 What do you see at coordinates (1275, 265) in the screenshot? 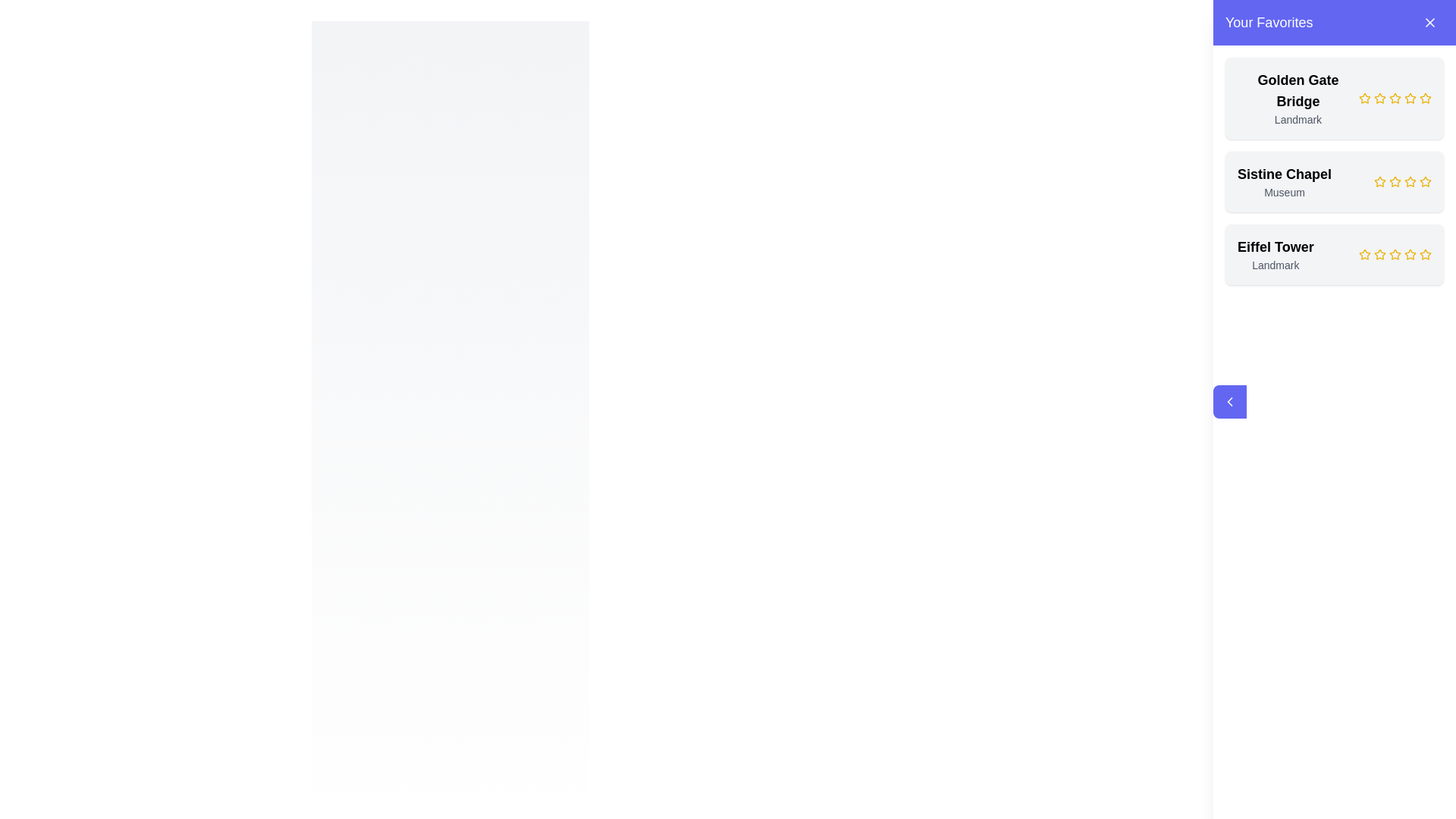
I see `the text label reading 'Landmark', which is styled in gray and positioned under the title 'Eiffel Tower'` at bounding box center [1275, 265].